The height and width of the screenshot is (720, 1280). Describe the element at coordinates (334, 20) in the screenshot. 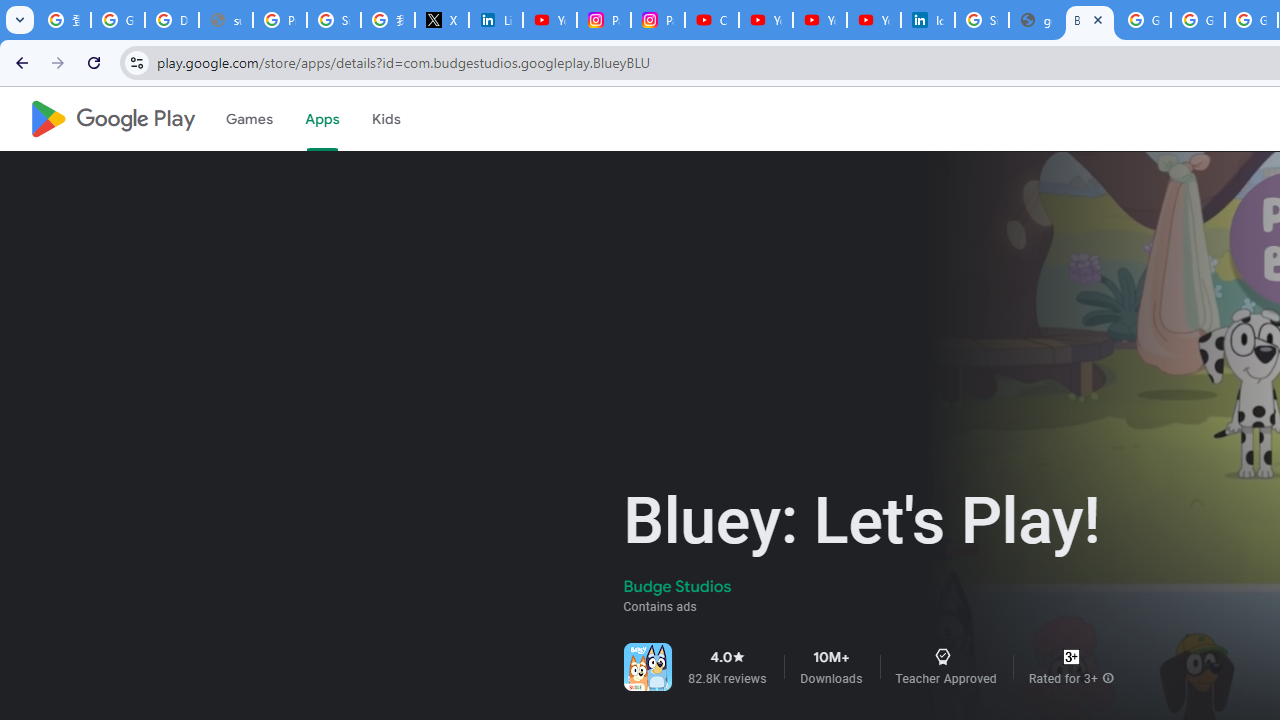

I see `'Sign in - Google Accounts'` at that location.